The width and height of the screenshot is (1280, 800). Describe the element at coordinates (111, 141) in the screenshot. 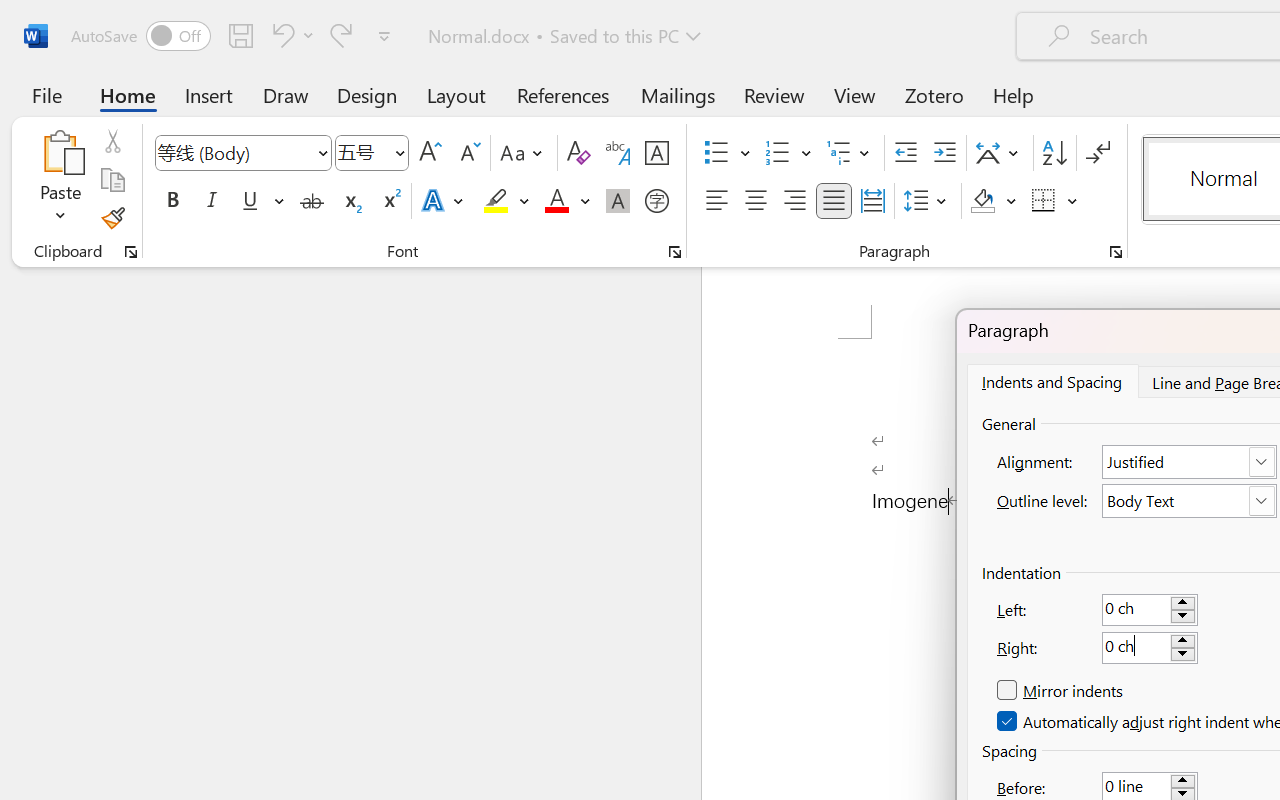

I see `'Cut'` at that location.